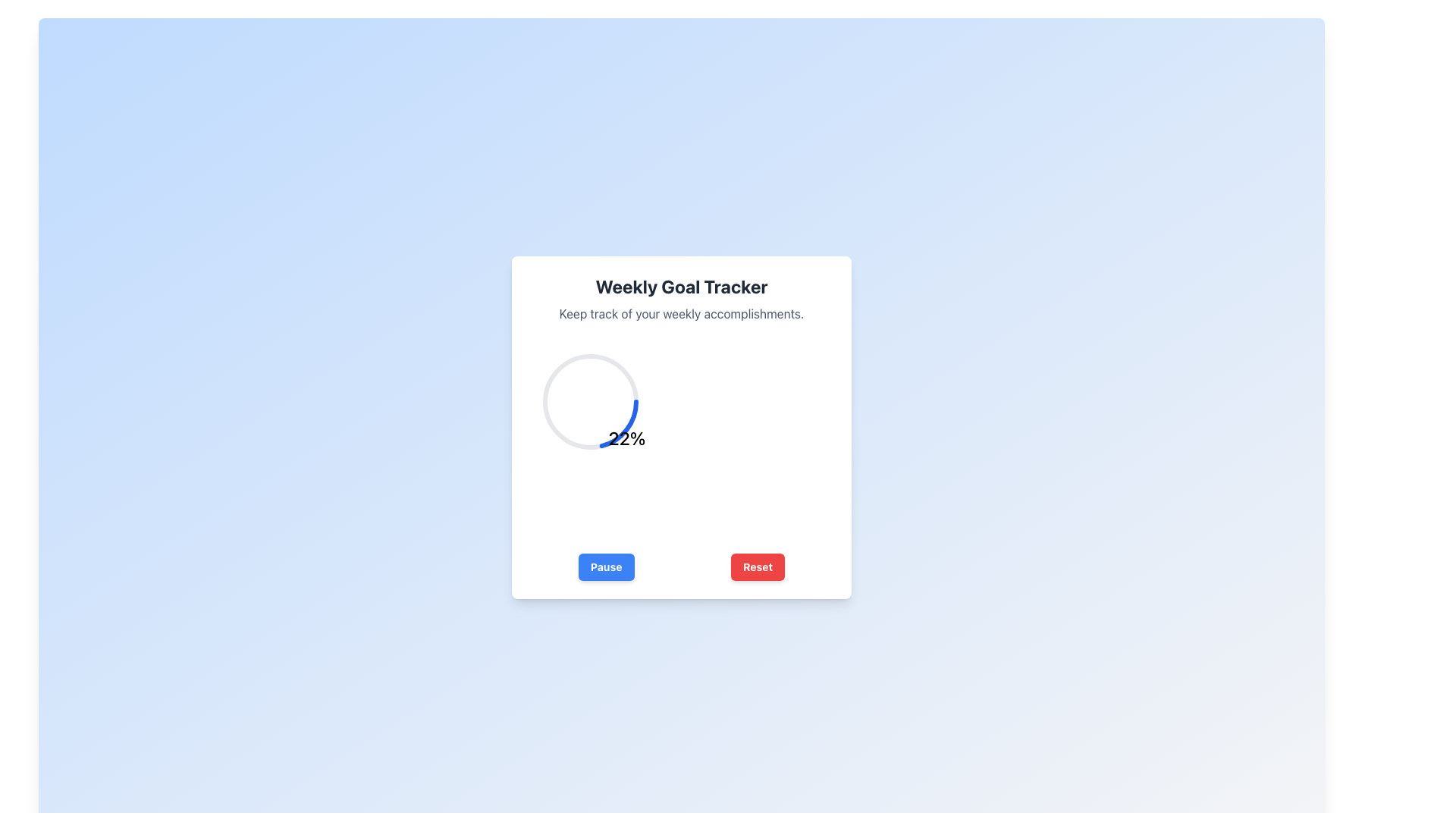 The height and width of the screenshot is (819, 1456). I want to click on the bright blue 'Pause' button located at the bottom section of the 'Weekly Goal Tracker' panel, so click(605, 567).